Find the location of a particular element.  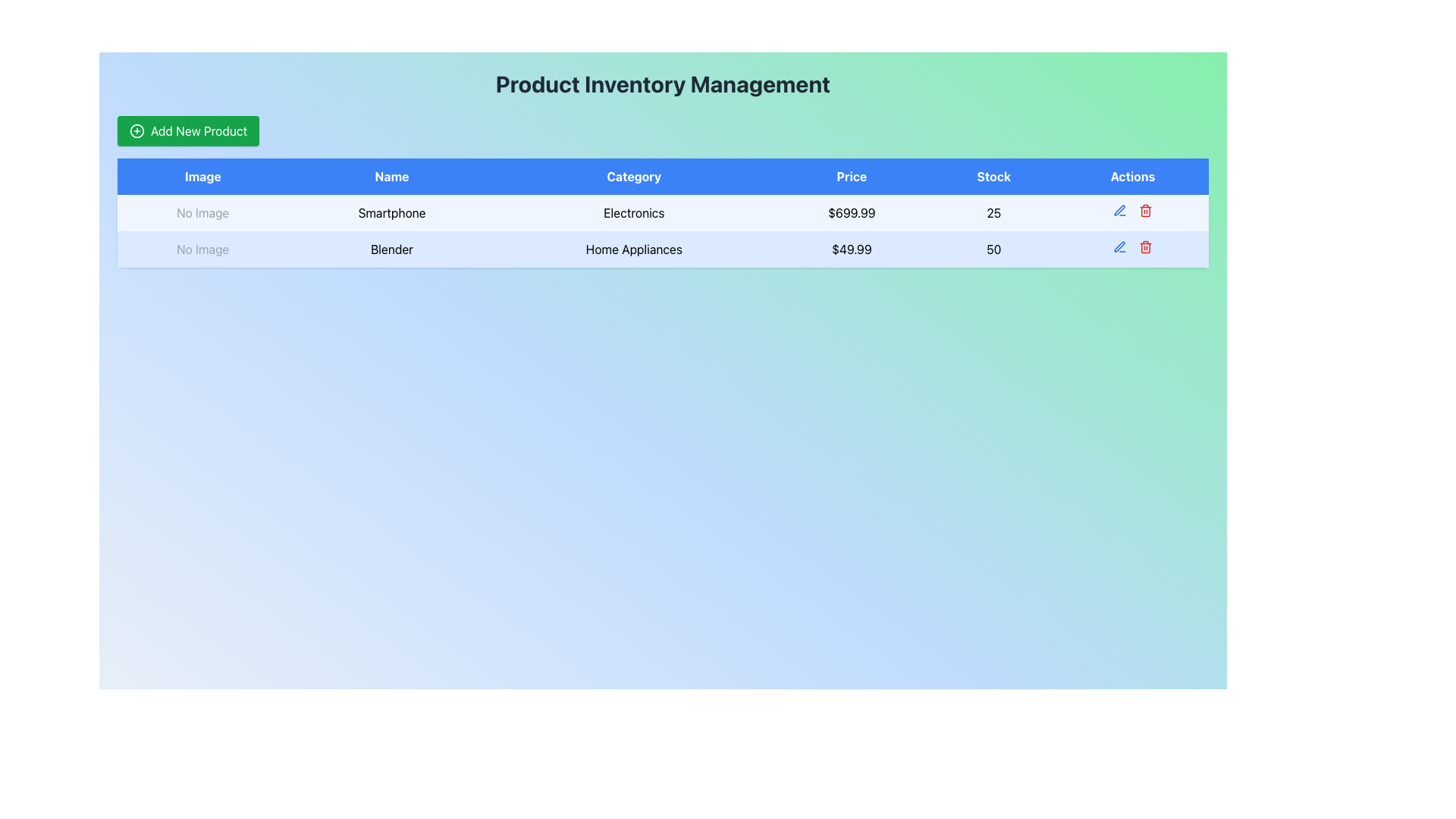

the circular graphical component of the 'Add New Product' button, which is positioned near the top-left corner of the interface is located at coordinates (137, 130).